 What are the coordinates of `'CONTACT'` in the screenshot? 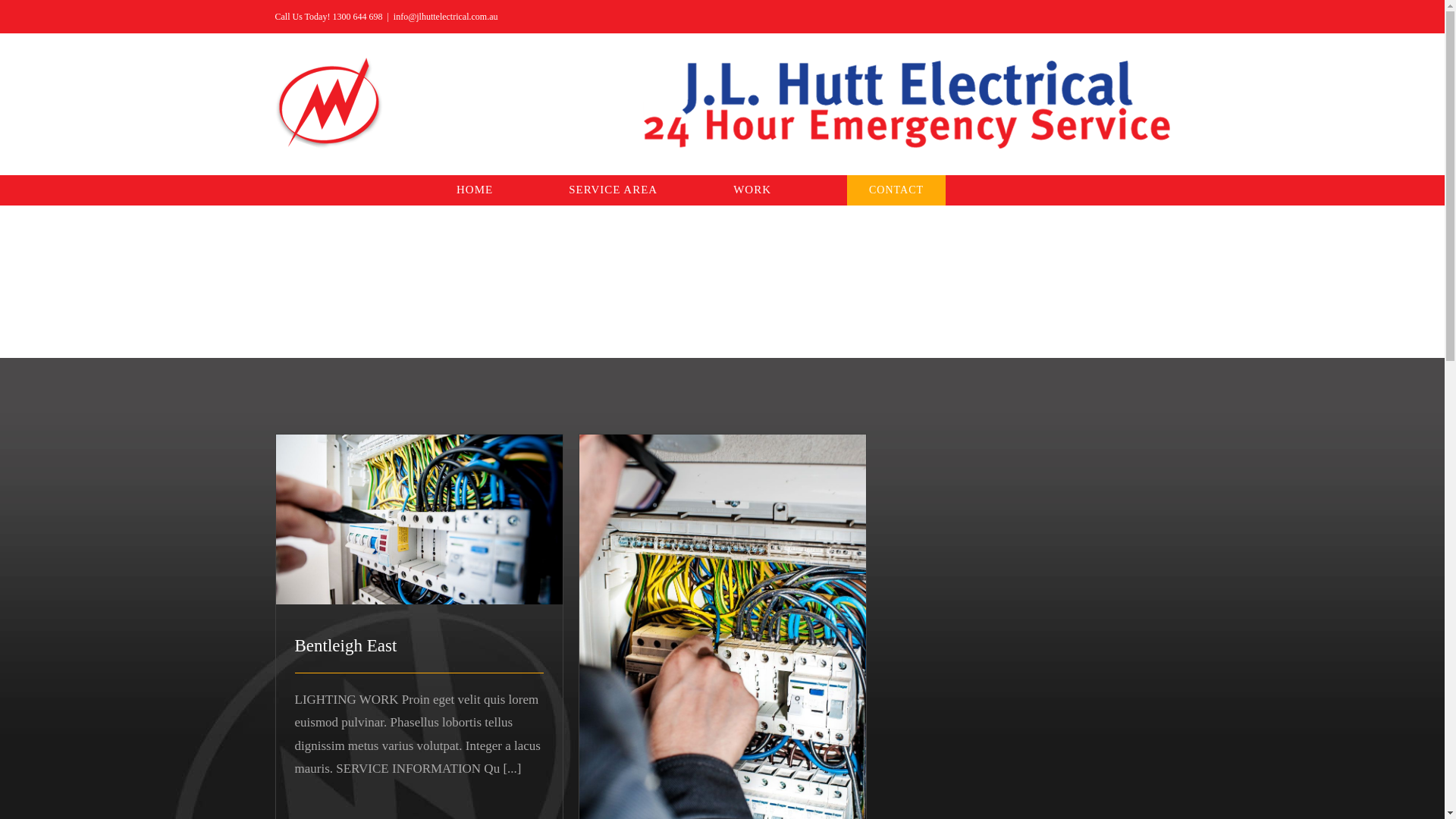 It's located at (896, 189).